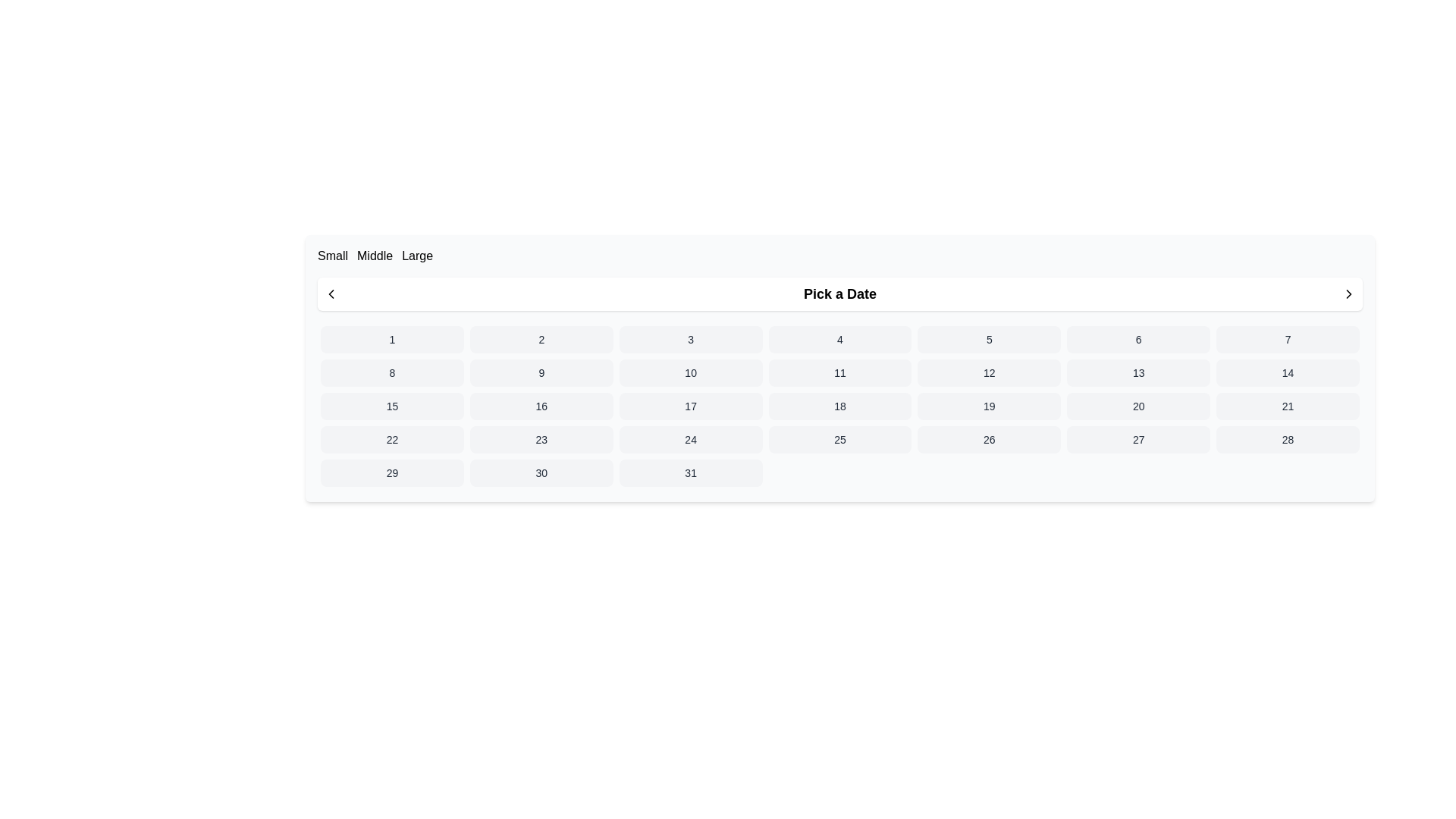 The image size is (1456, 819). I want to click on the button in the fourth row and second column, so click(1138, 406).